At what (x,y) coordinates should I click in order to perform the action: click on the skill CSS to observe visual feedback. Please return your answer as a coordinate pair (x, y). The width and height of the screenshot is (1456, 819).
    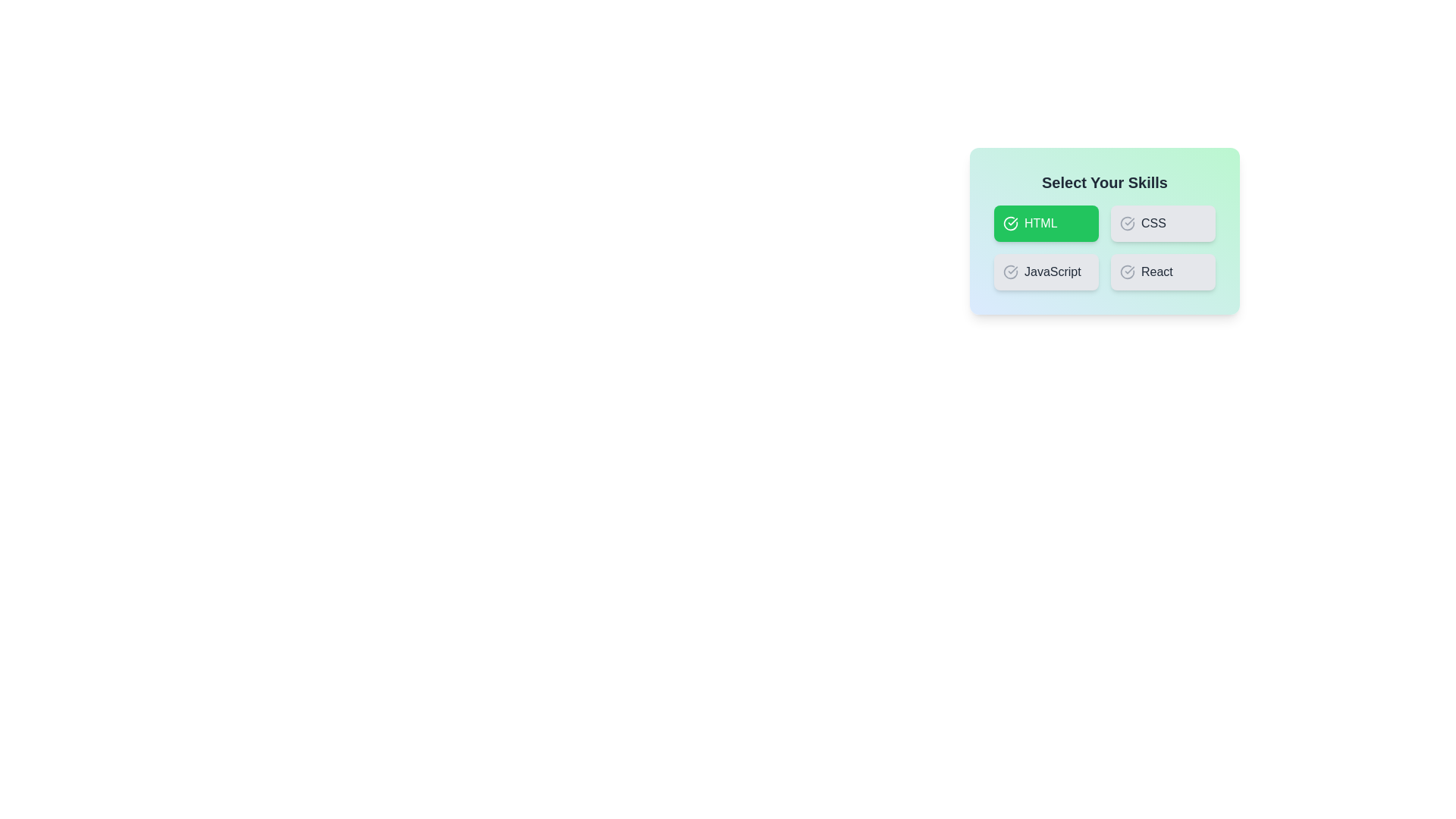
    Looking at the image, I should click on (1163, 223).